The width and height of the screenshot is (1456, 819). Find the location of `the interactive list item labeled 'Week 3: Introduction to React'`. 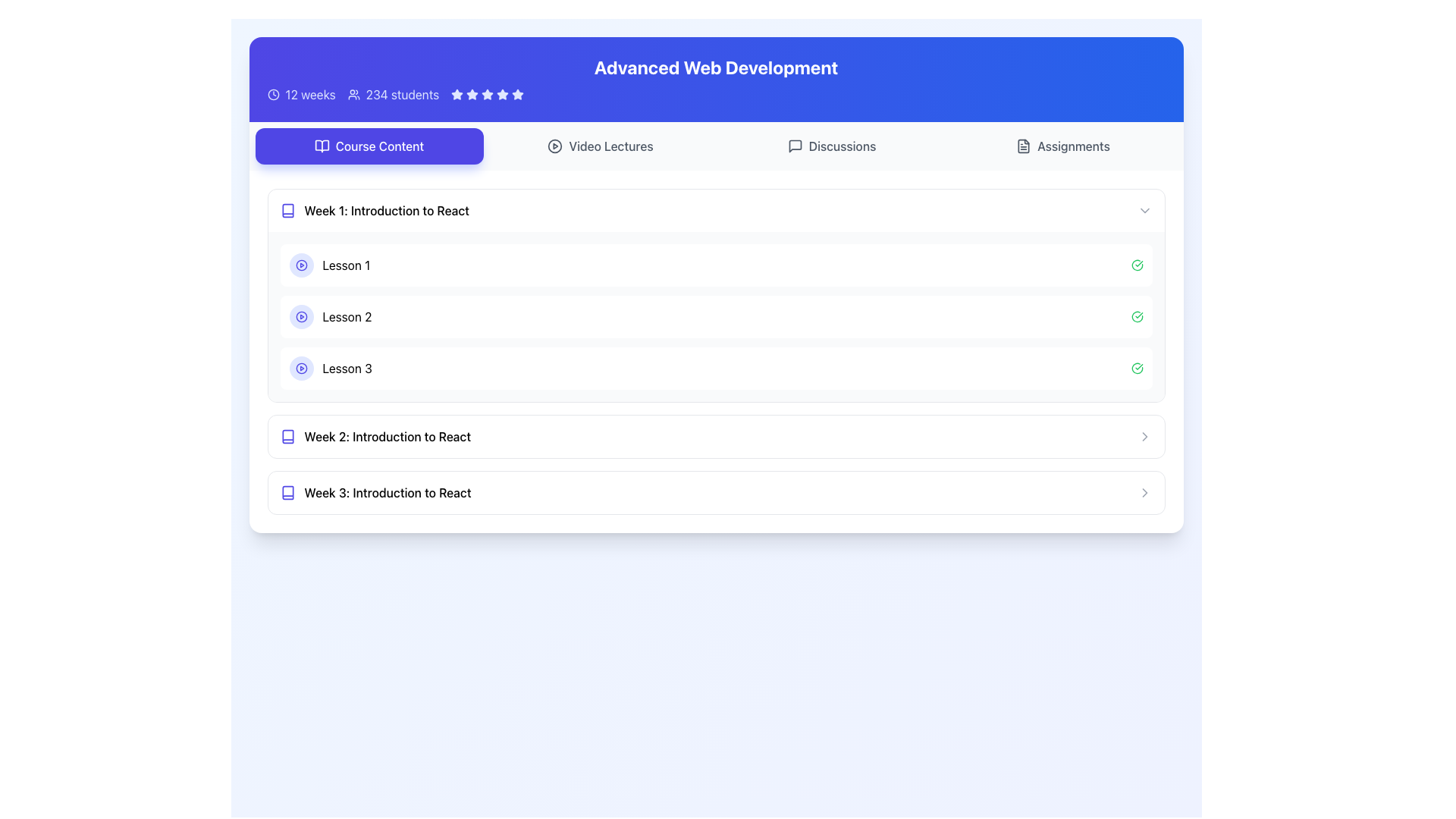

the interactive list item labeled 'Week 3: Introduction to React' is located at coordinates (715, 493).